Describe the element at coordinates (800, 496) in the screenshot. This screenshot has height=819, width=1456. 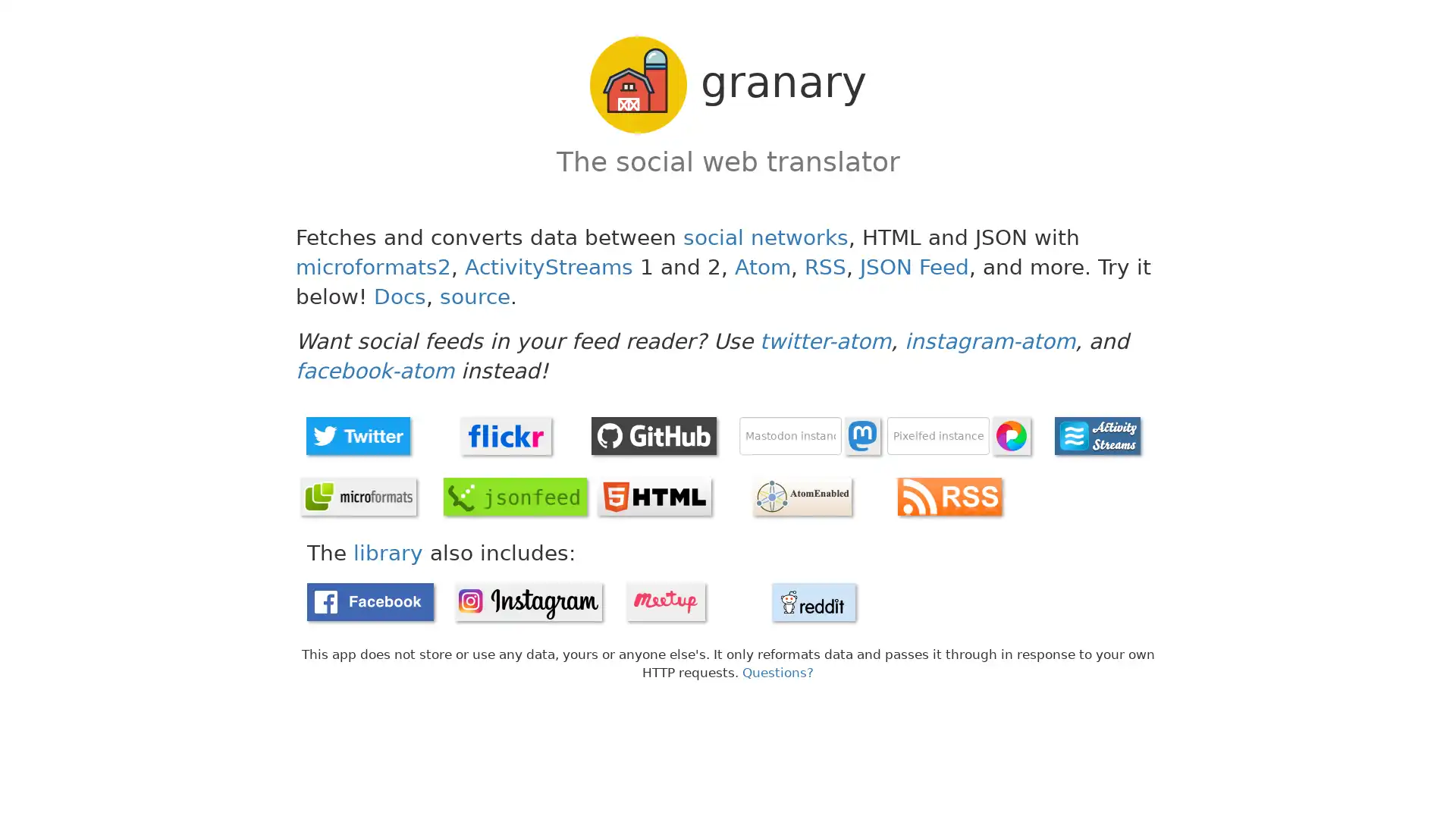
I see `Atom` at that location.